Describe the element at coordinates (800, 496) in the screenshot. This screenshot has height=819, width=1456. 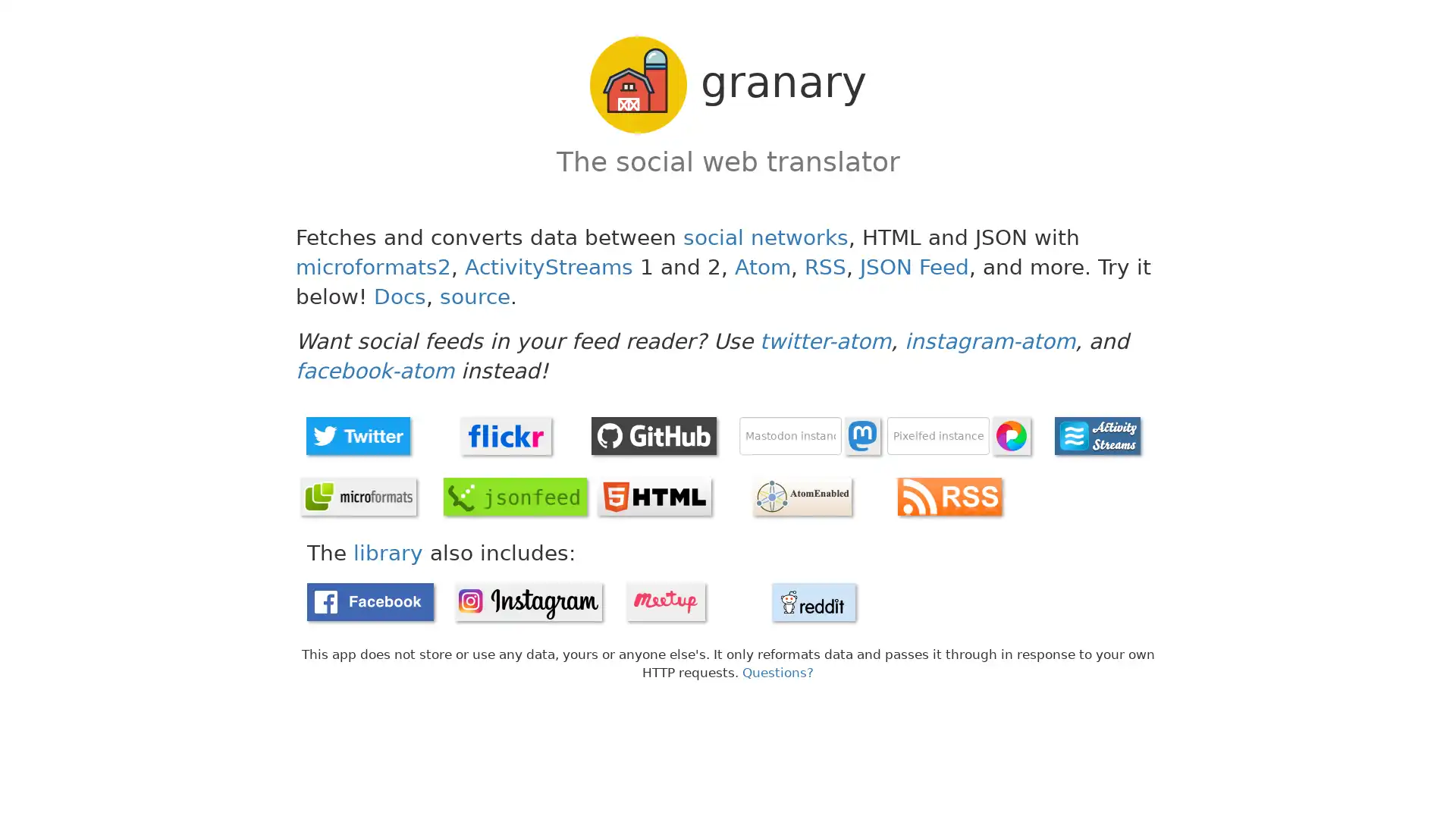
I see `Atom` at that location.